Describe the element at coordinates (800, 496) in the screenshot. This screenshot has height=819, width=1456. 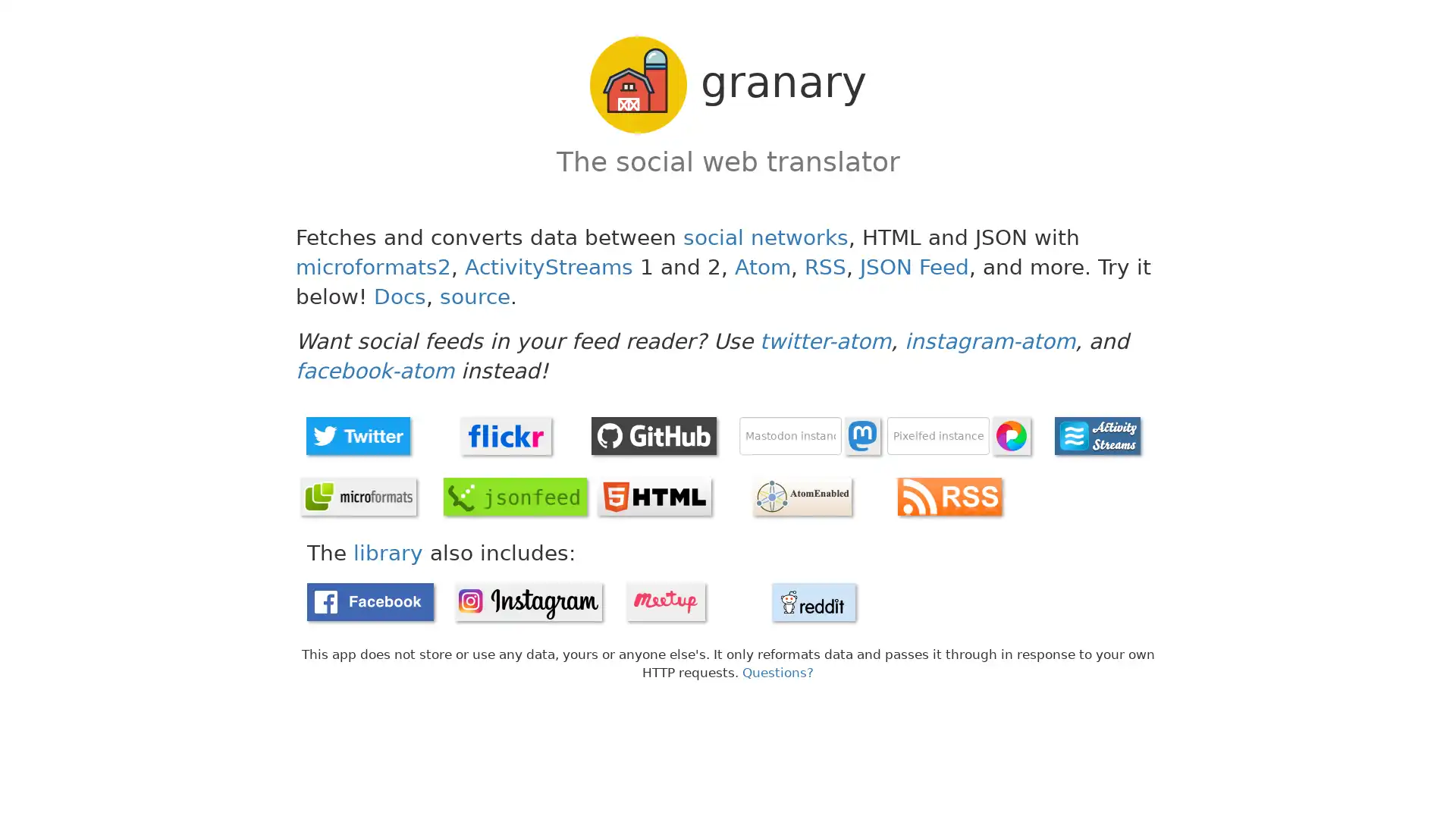
I see `Atom` at that location.